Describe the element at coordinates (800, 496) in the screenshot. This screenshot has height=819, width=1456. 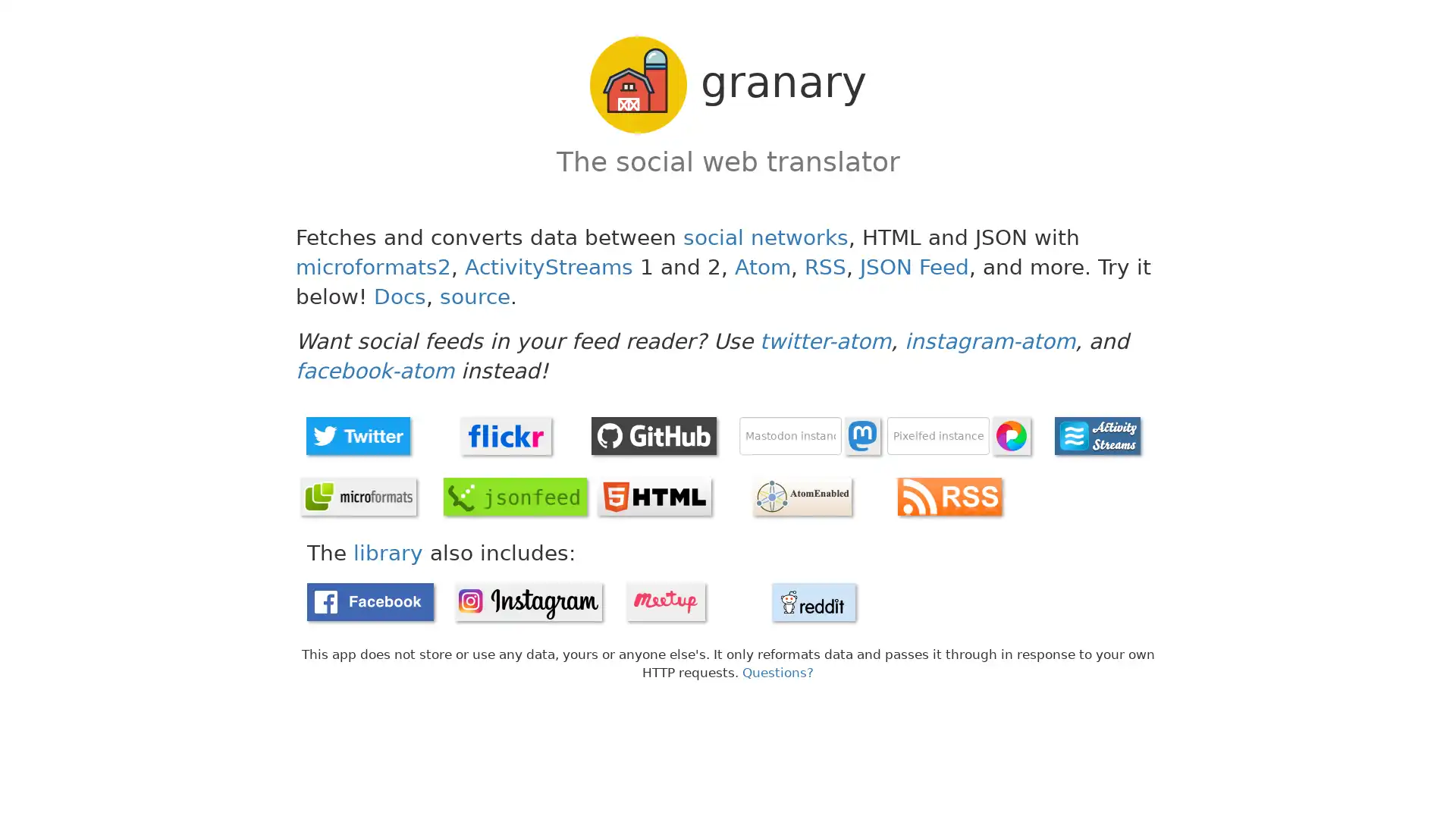
I see `Atom` at that location.